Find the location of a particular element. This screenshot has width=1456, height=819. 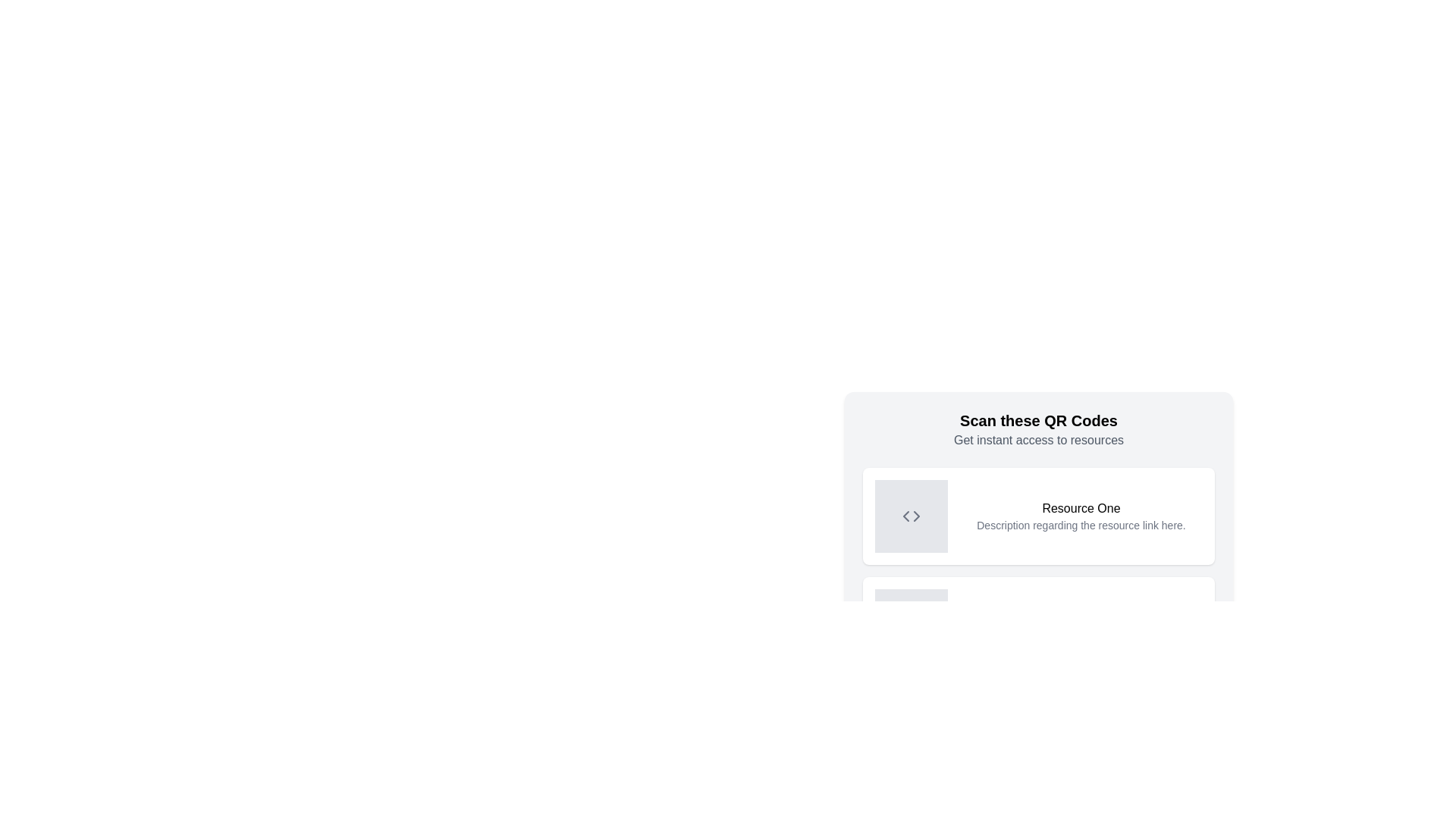

non-interactive Text label that displays 'Description regarding the resource link here.' located below the 'Resource One' text in the card-like layout is located at coordinates (1080, 525).